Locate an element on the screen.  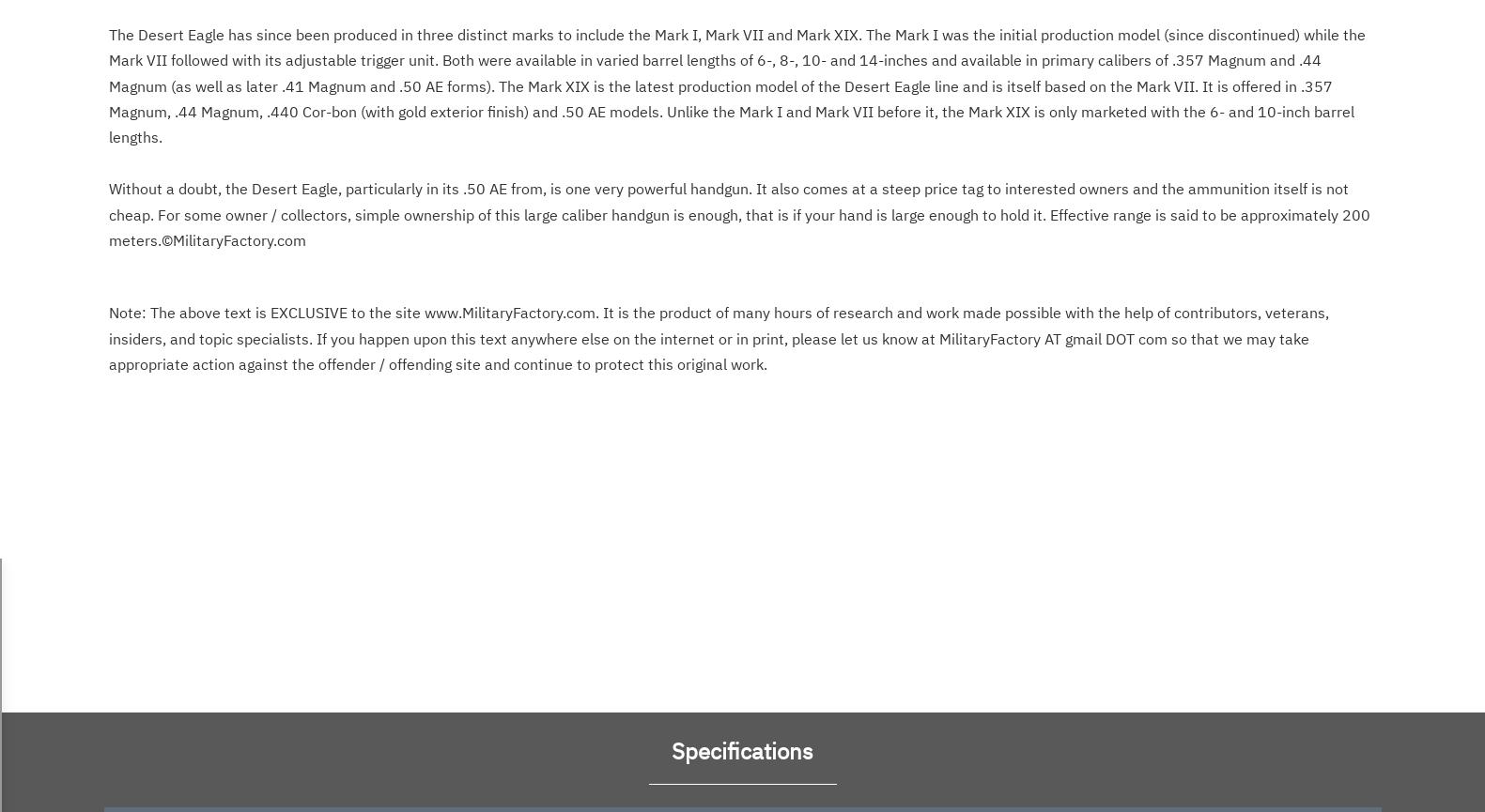
'The "Military Factory" name and MilitaryFactory.com logo are registered ® U.S. trademarks protected by all applicable domestic and international intellectual property laws. All written content, illustrations, and photography are unique to this website (unless where indicated) and not for reuse/reproduction in any form. Material presented throughout this website is for historical and entertainment value only and should not to be construed as usable for hardware restoration, maintenance, or general operation. We do not sell any of the items showcased on this site. Please direct all other inquiries to militaryfactory AT gmail.com. No A.I. was used in the generation of this content; site is 100% curated by humans.' is located at coordinates (739, 69).